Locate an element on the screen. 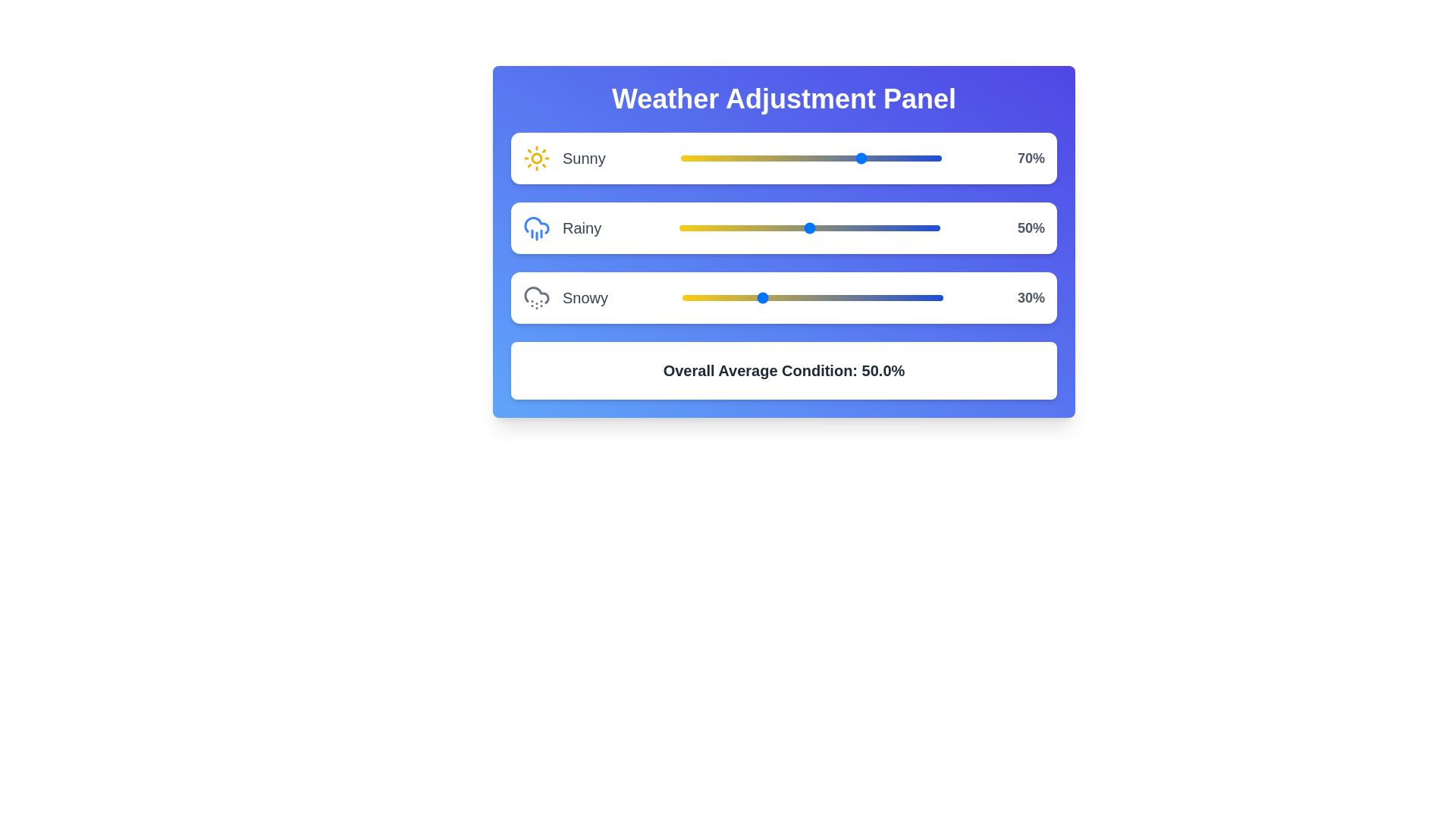  the 'Rainy' slider is located at coordinates (854, 227).